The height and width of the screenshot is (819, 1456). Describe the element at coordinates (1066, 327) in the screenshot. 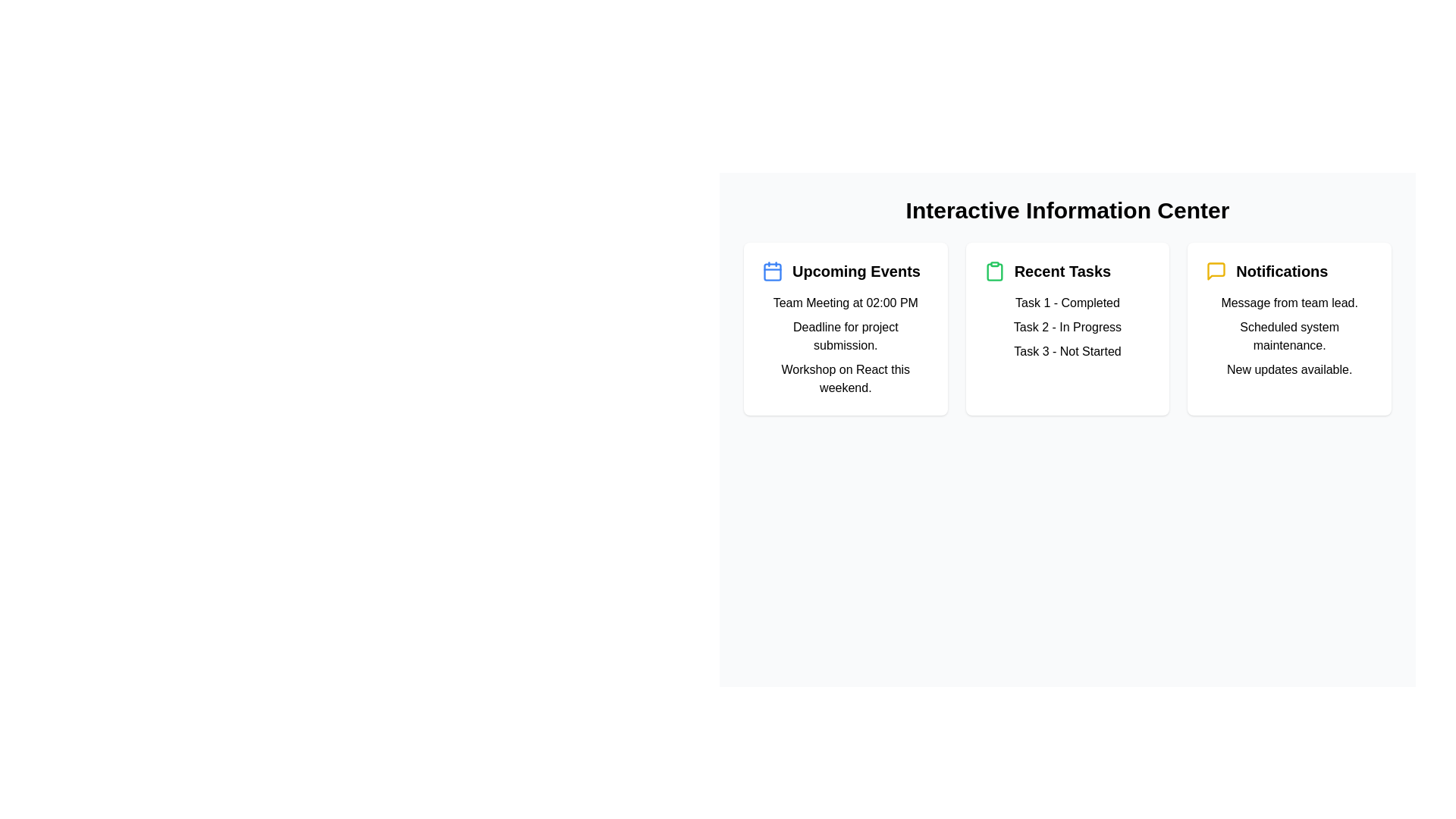

I see `the Text label indicating the status of Task 2, which is currently 'In Progress', located in the middle of the Recent Tasks column` at that location.